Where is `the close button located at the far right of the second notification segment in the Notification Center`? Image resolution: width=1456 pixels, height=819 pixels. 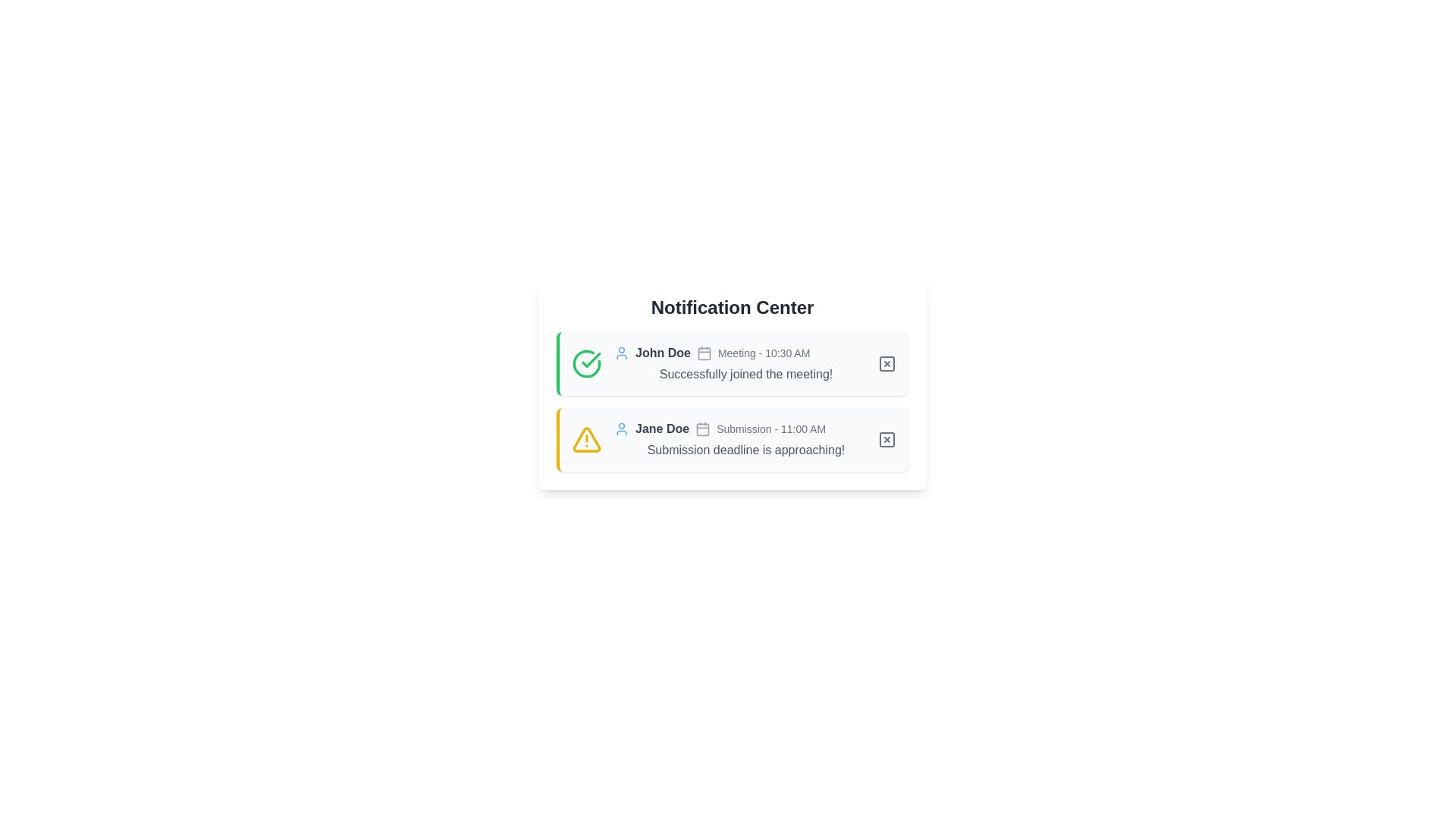
the close button located at the far right of the second notification segment in the Notification Center is located at coordinates (887, 439).